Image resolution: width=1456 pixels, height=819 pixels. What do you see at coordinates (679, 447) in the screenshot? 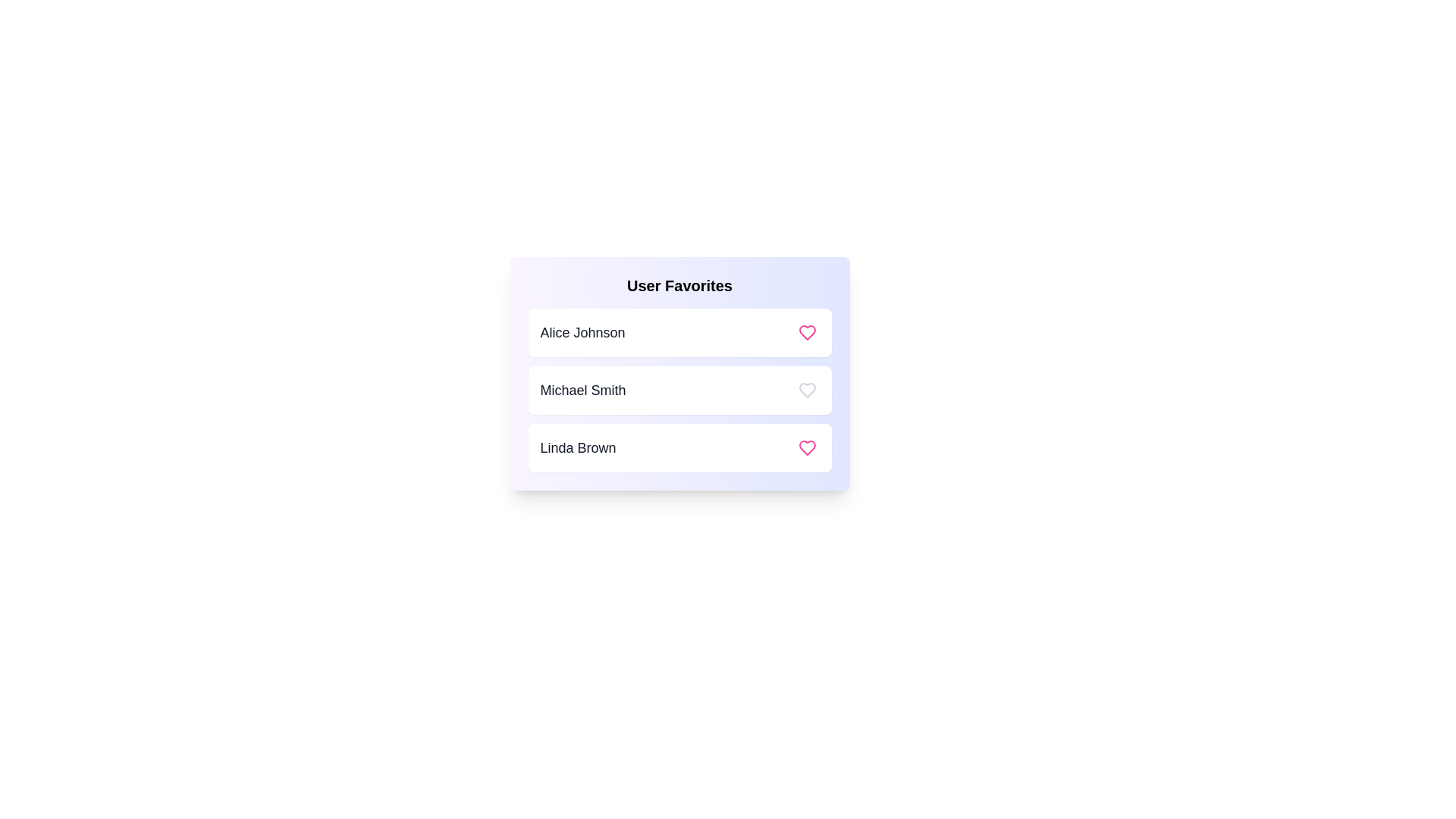
I see `the list item with the name Linda Brown` at bounding box center [679, 447].